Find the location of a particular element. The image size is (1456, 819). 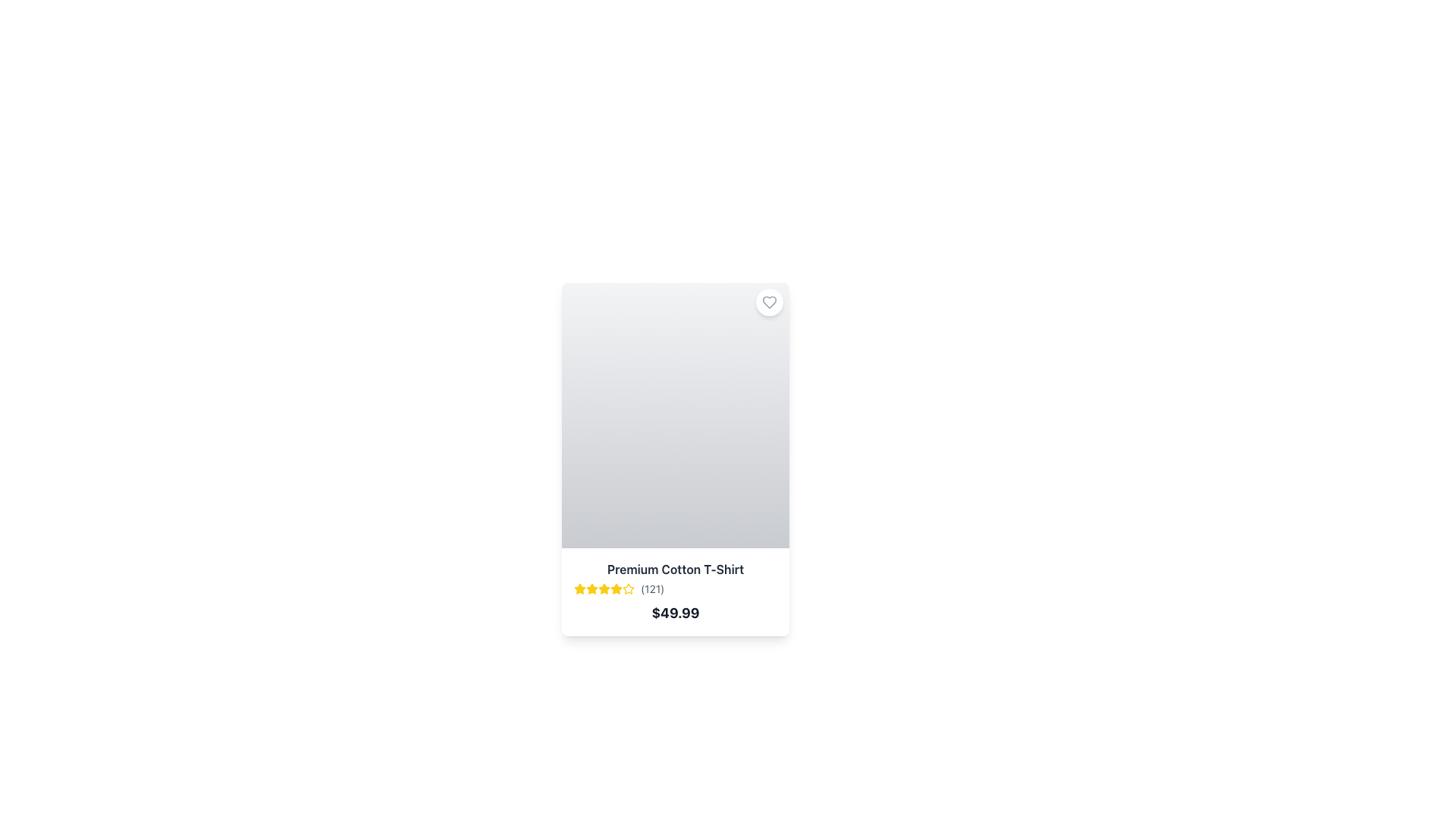

the first star icon in the 5-star rating system, which is positioned directly below the product name and above the product price is located at coordinates (579, 588).